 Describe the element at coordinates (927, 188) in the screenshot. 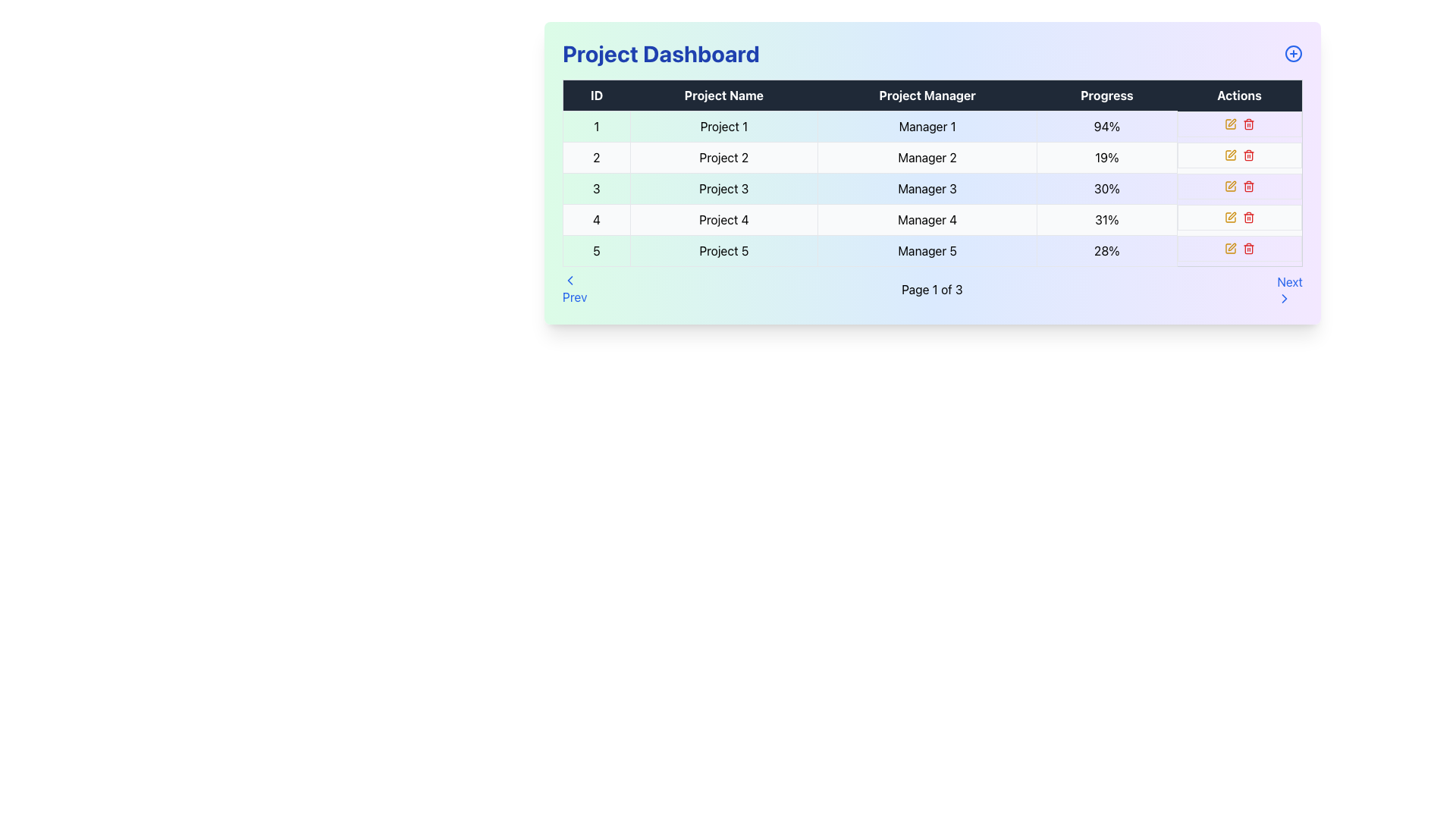

I see `the 'Manager 3' text cell` at that location.